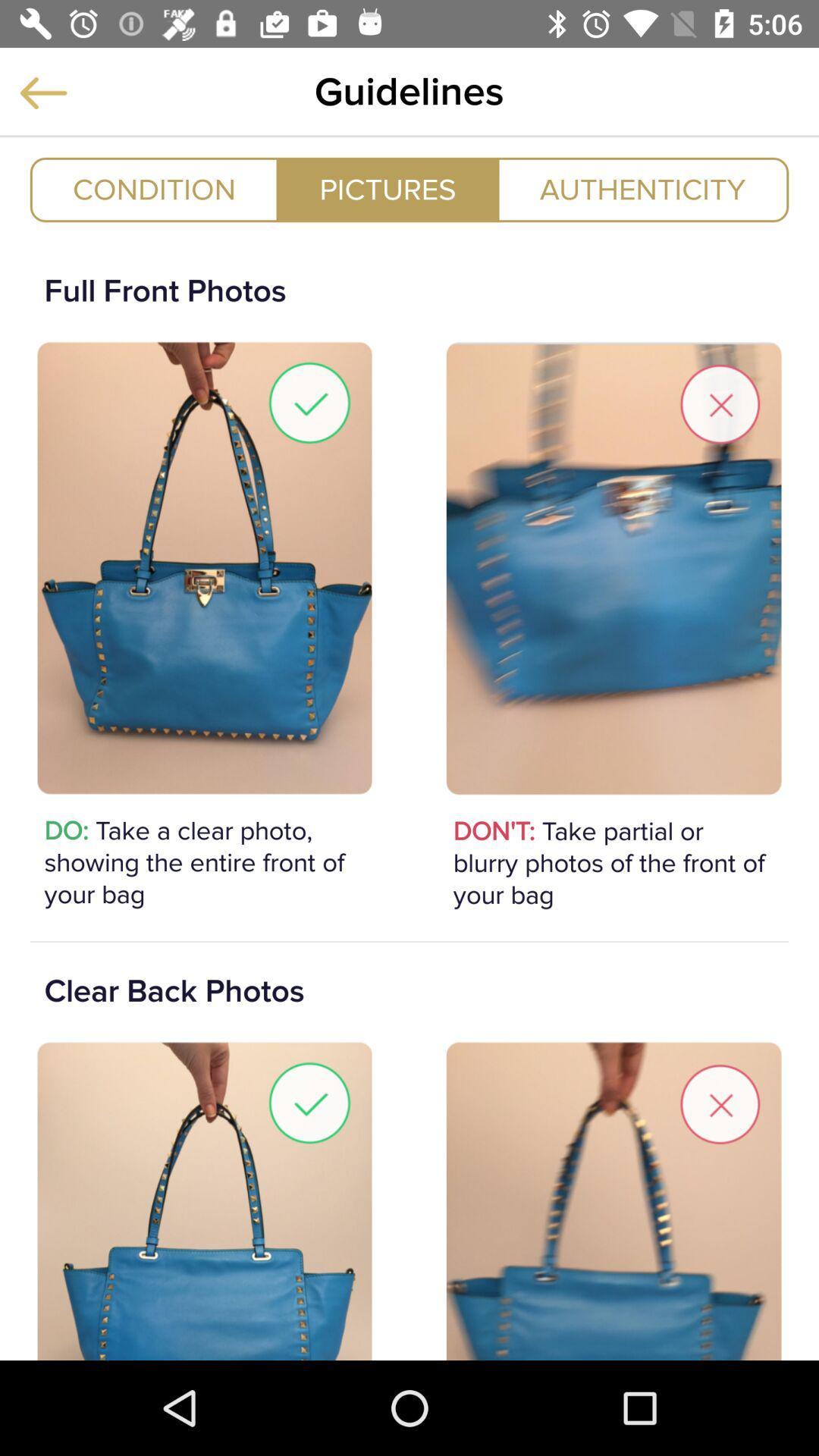 This screenshot has width=819, height=1456. Describe the element at coordinates (387, 189) in the screenshot. I see `the item to the right of condition` at that location.